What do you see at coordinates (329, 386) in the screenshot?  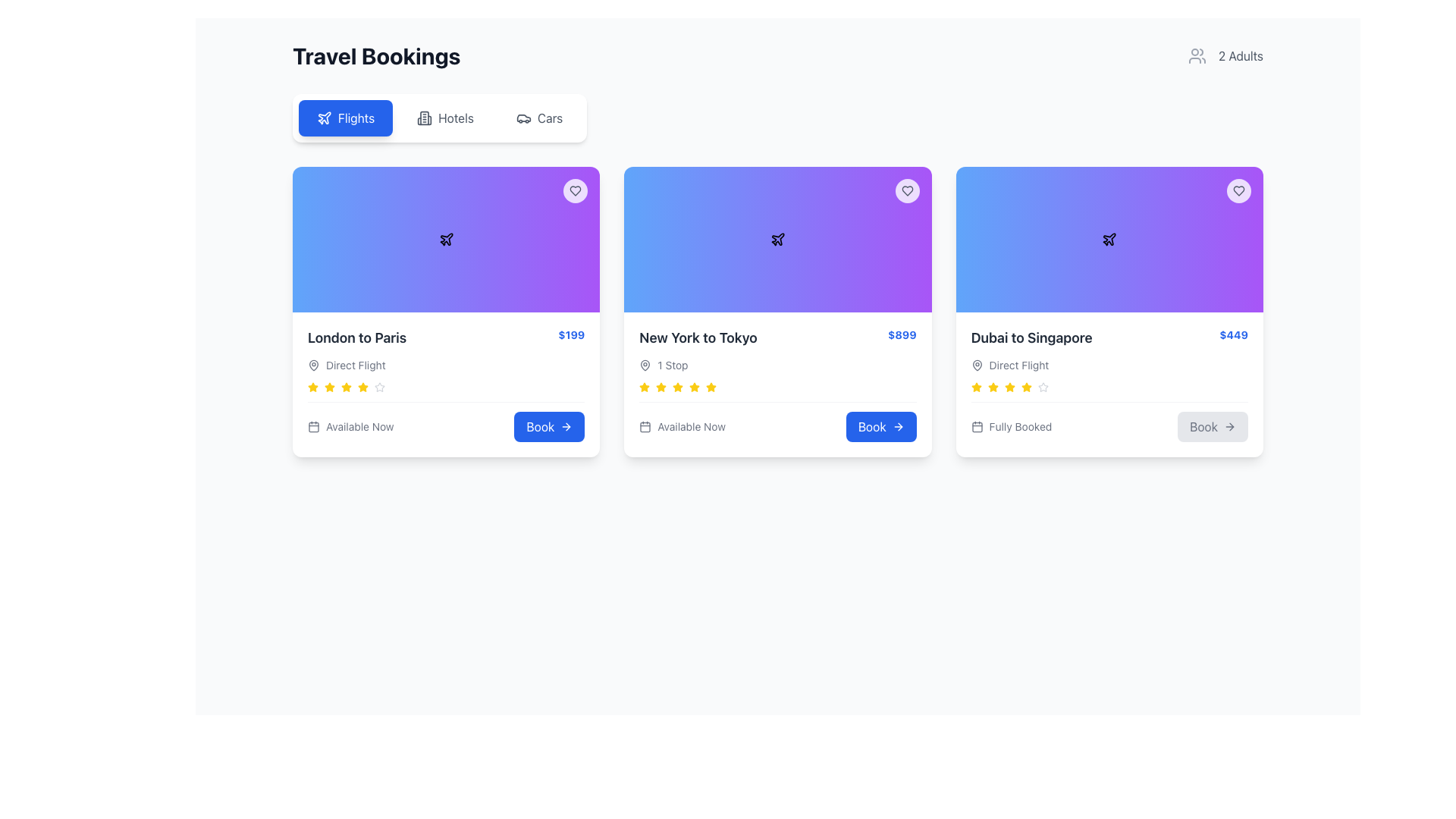 I see `the third star icon in the 5-star rating row for the 'London to Paris' travel card, which is styled in yellow and indicates a rating item` at bounding box center [329, 386].